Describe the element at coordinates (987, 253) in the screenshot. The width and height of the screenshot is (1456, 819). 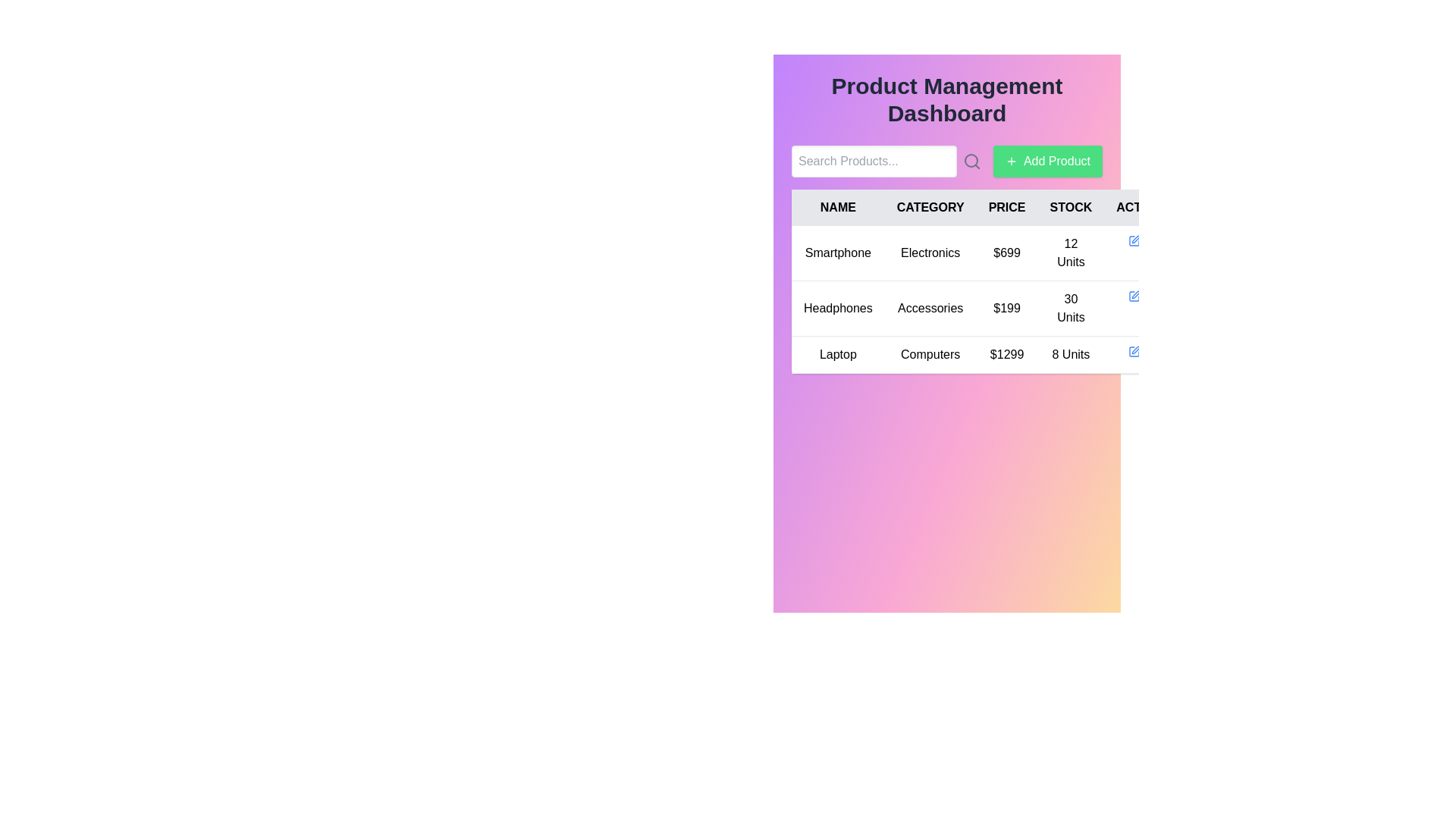
I see `the first data row in the table that displays product details including name, category, price, and stock` at that location.